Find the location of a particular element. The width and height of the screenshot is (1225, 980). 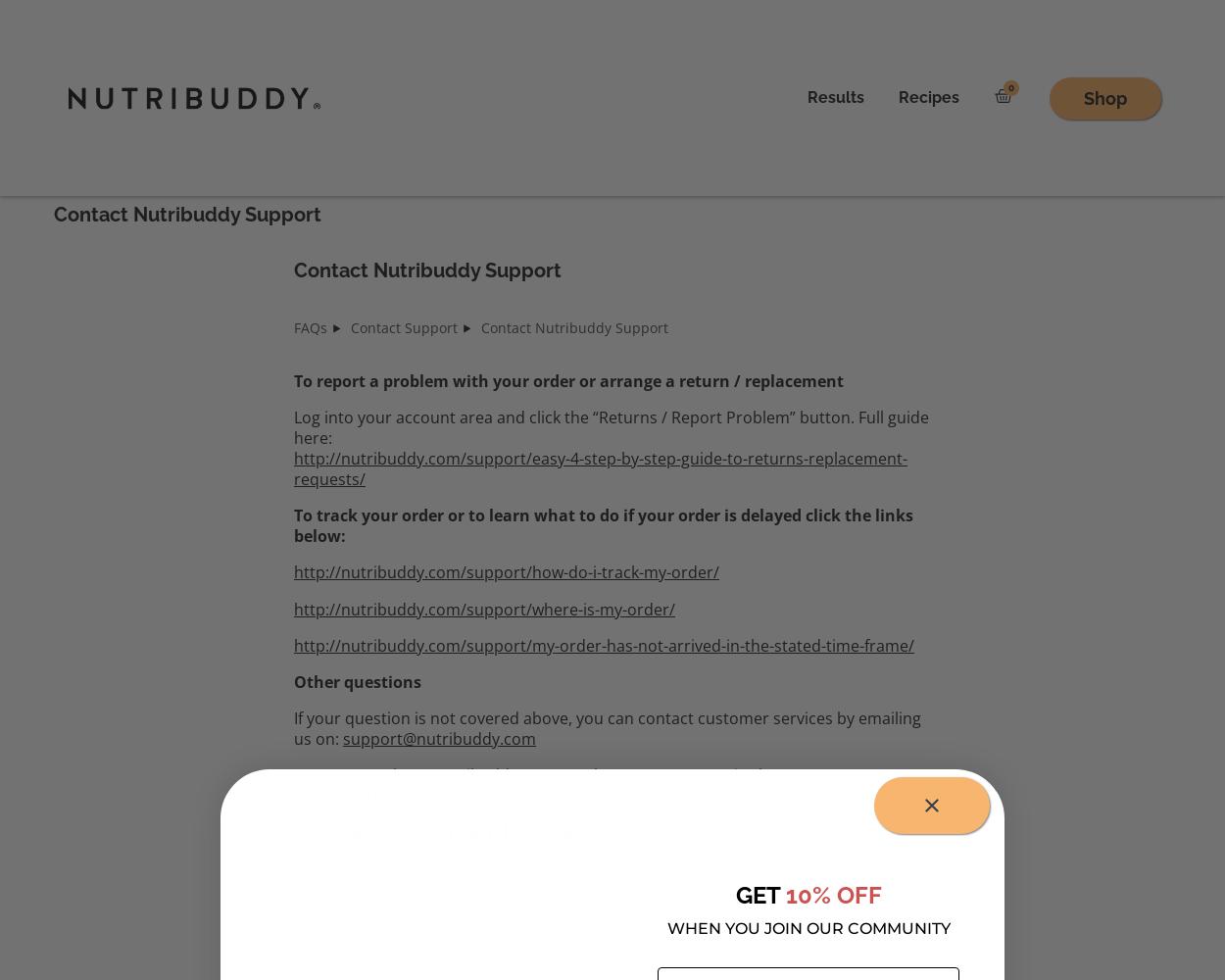

'support@nutribuddy.com' is located at coordinates (438, 739).